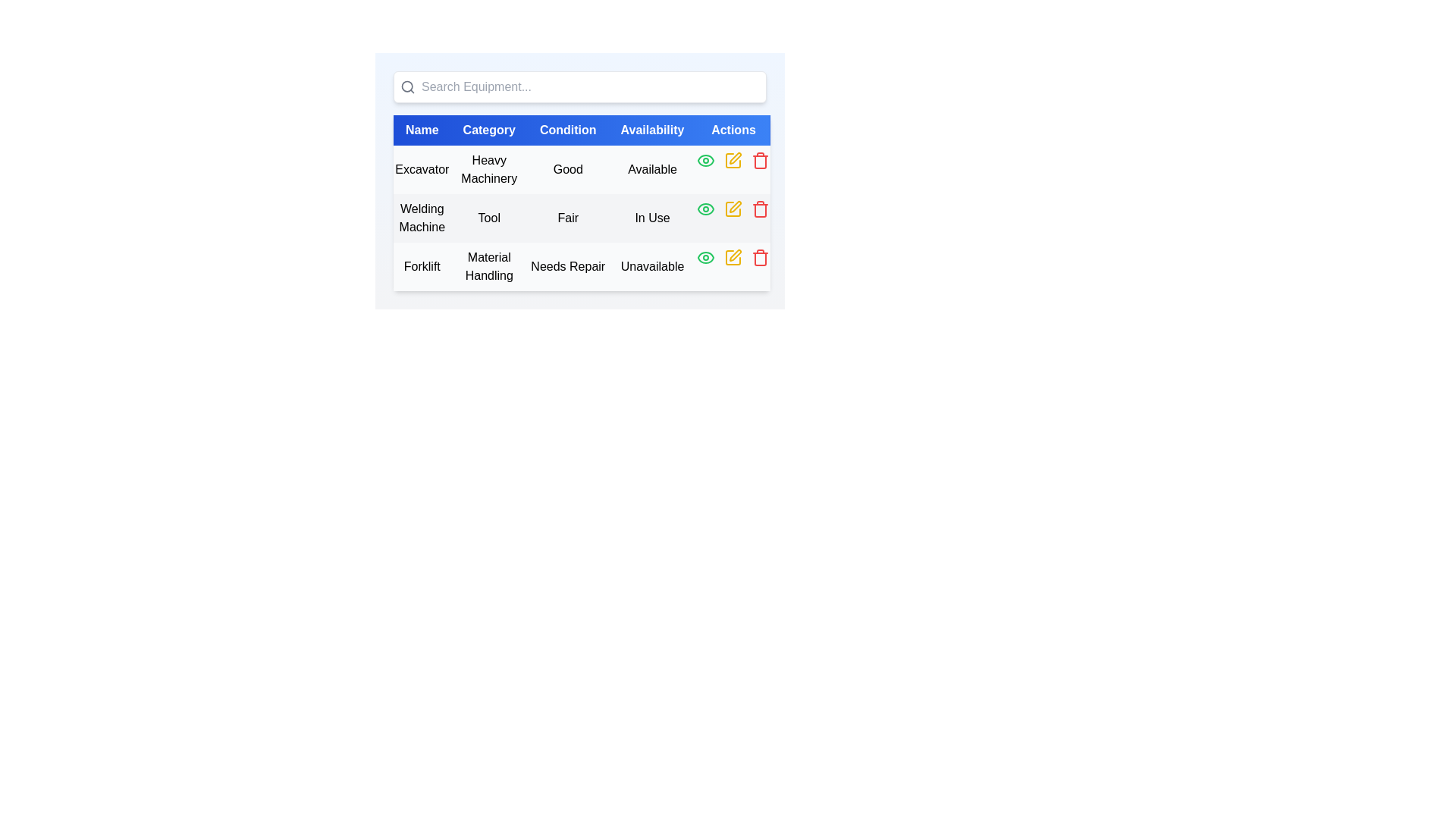  I want to click on the 'Name' header label in the table, which is positioned at the top-left corner and identifies the information listed under this column, so click(422, 130).